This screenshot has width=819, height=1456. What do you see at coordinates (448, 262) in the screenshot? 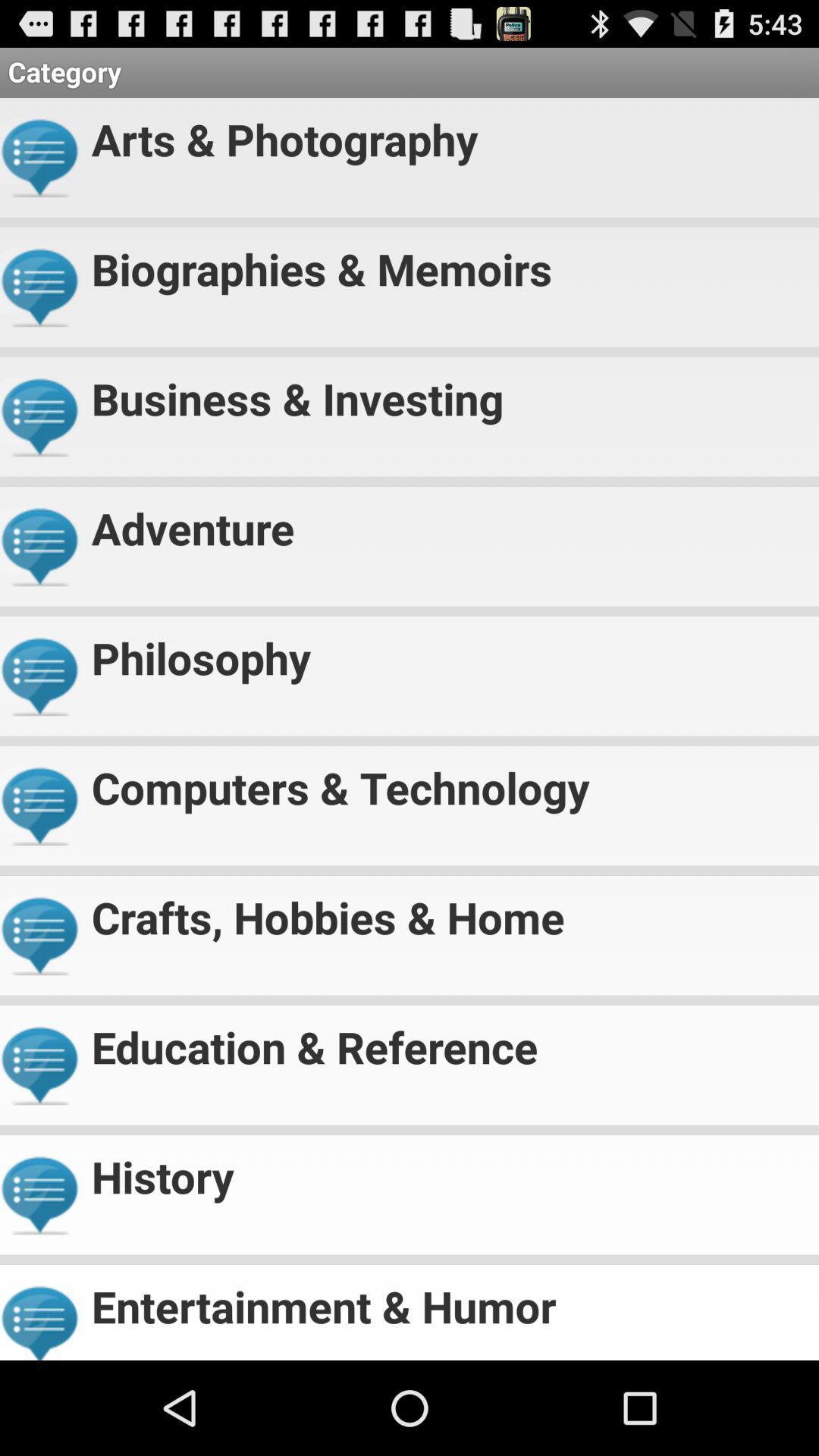
I see `the biographies & memoirs icon` at bounding box center [448, 262].